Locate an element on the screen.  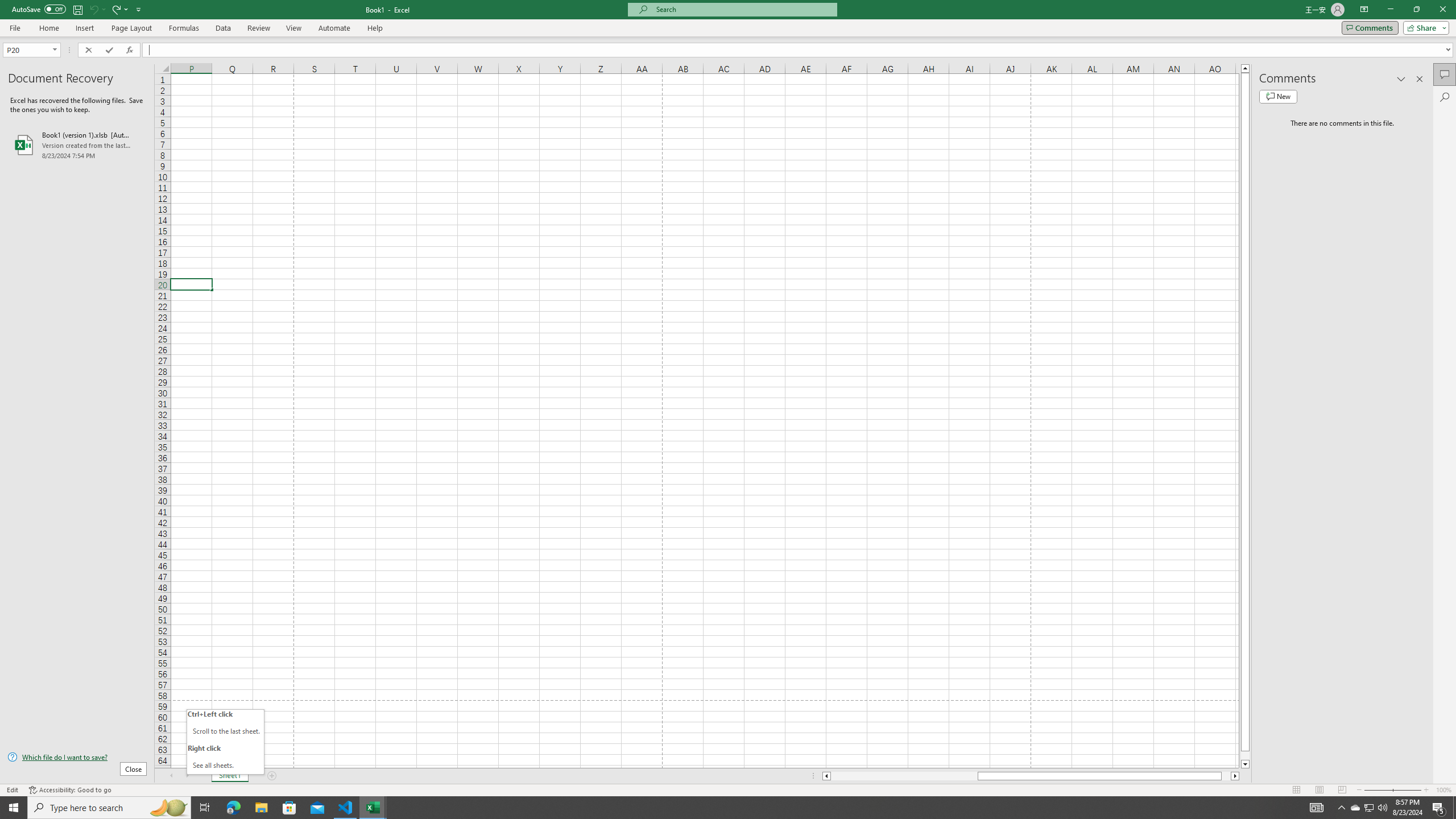
'Column right' is located at coordinates (1235, 775).